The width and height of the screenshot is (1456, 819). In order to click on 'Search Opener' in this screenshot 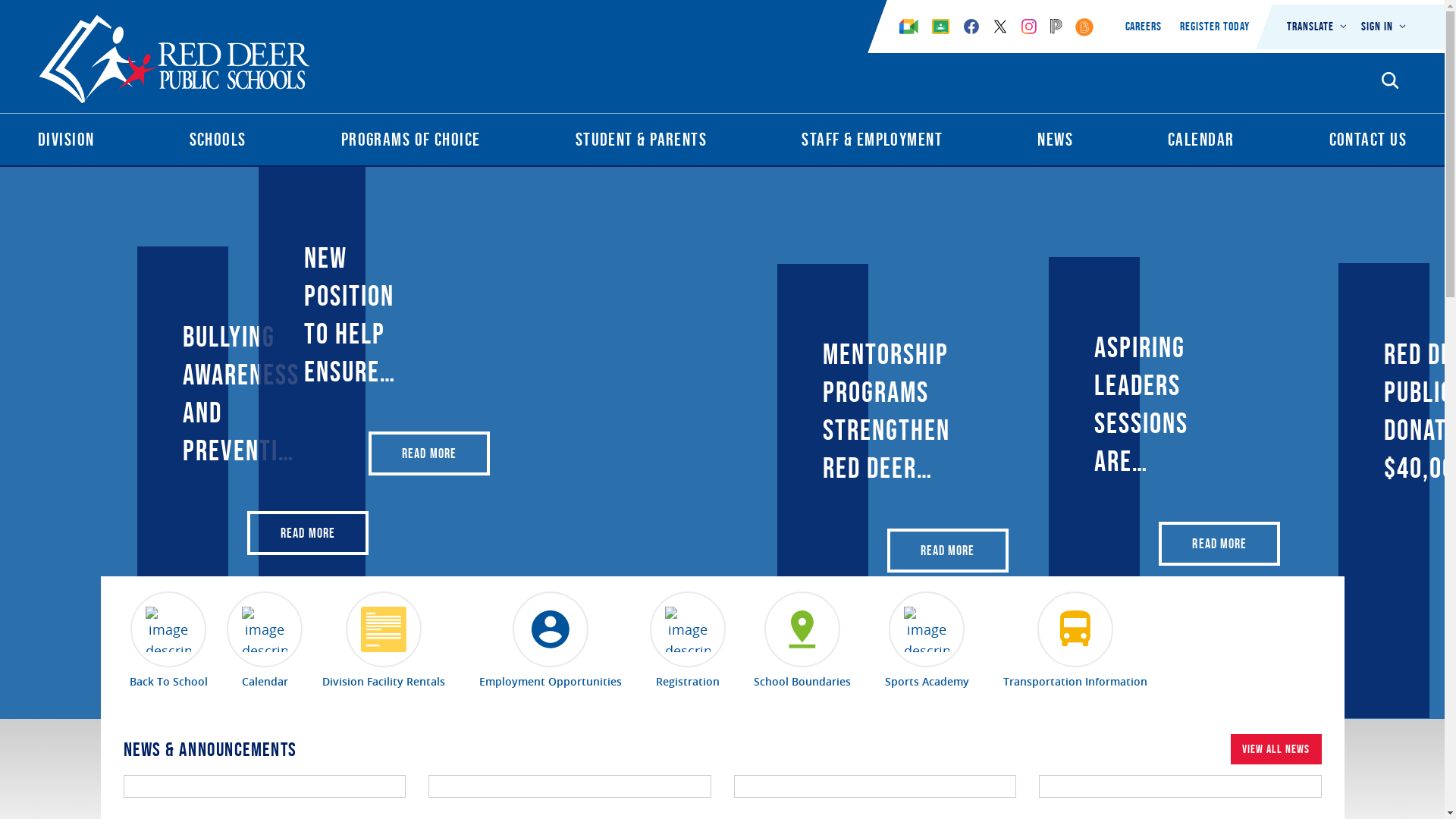, I will do `click(1382, 80)`.